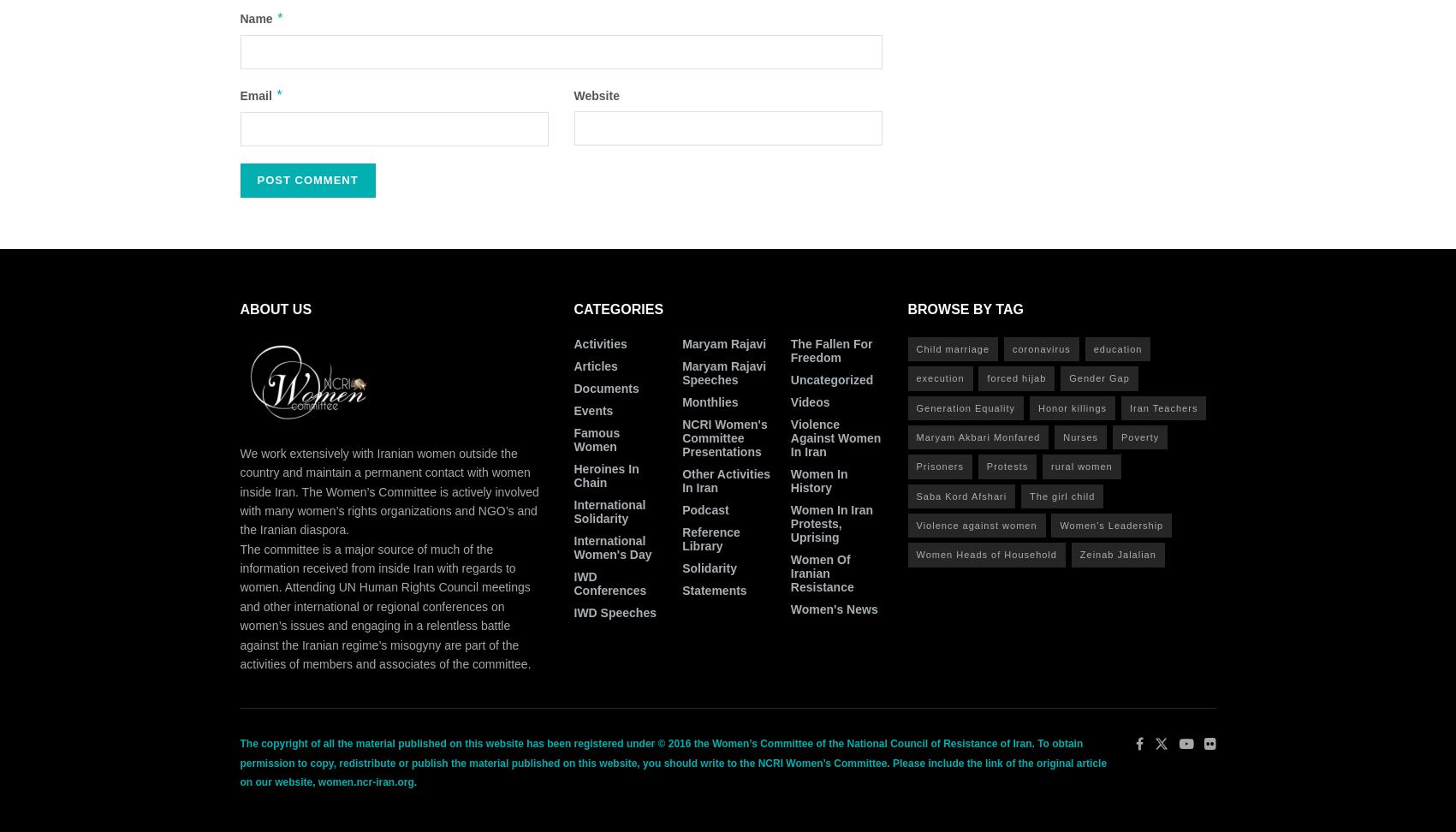 The width and height of the screenshot is (1456, 832). Describe the element at coordinates (1140, 437) in the screenshot. I see `'Poverty'` at that location.